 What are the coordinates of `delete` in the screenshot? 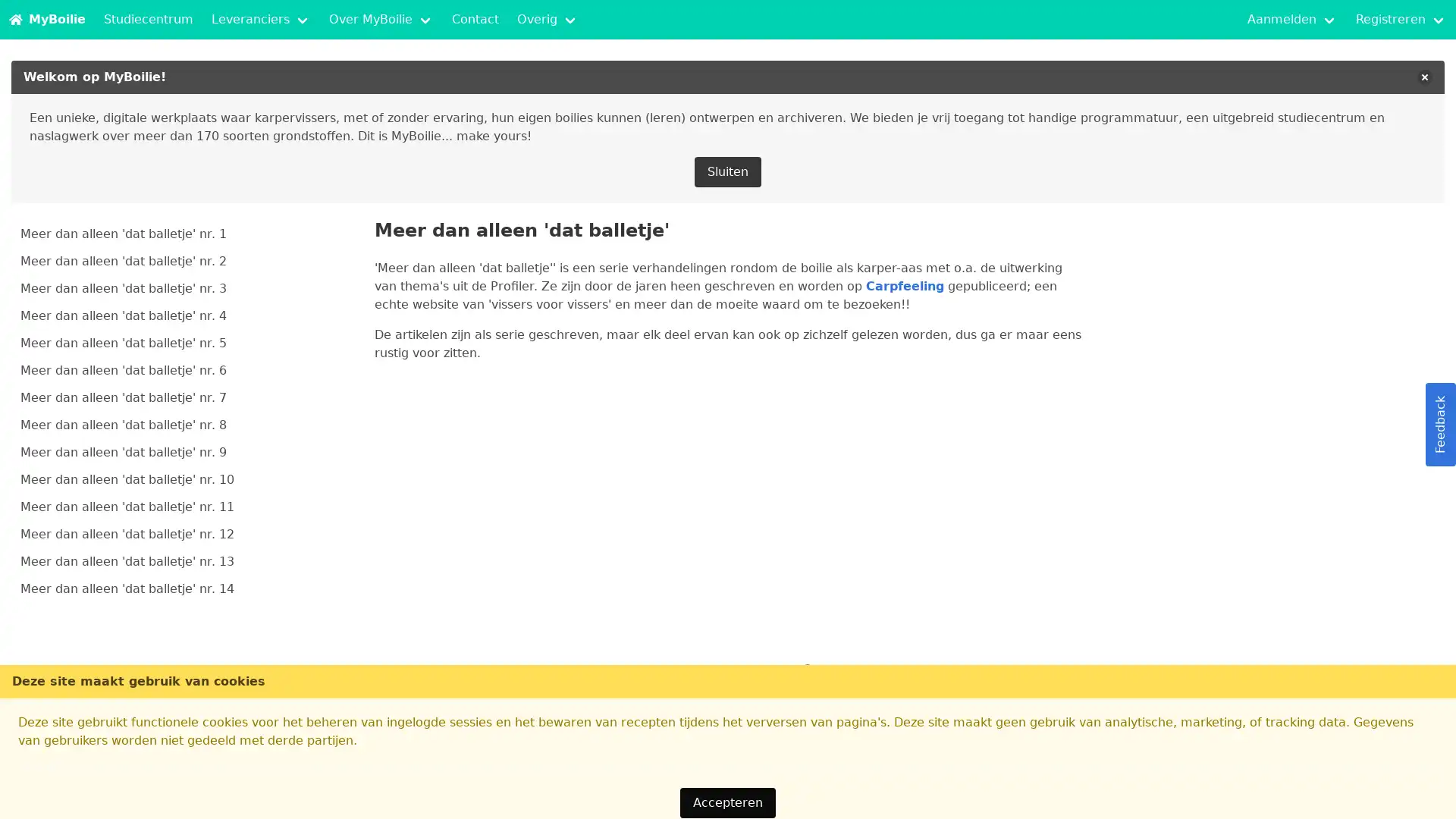 It's located at (1423, 77).